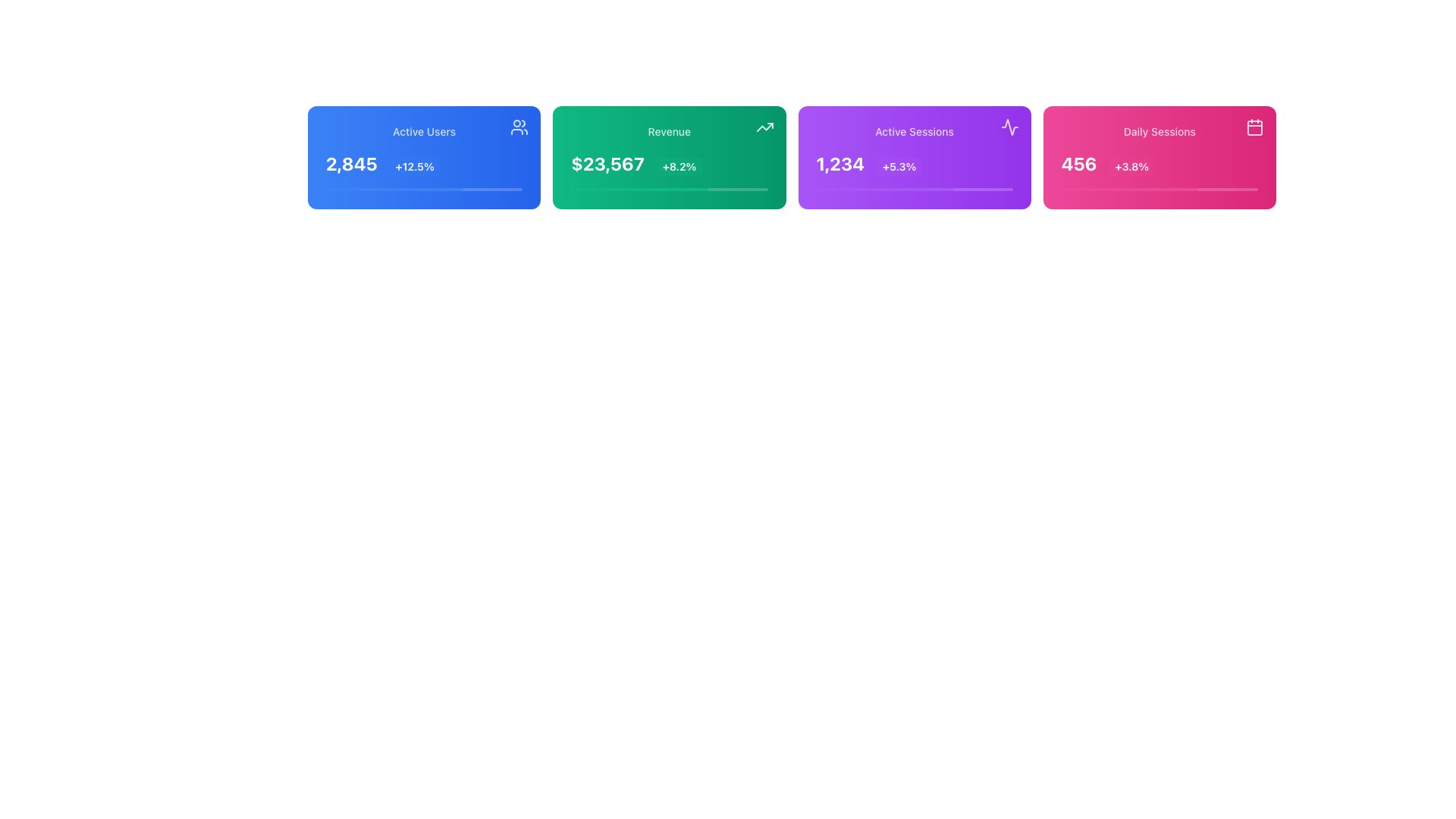  I want to click on the Data display element showing the number '456' and the percentage '+3.8%' in the 'Daily Sessions' section, so click(1159, 164).